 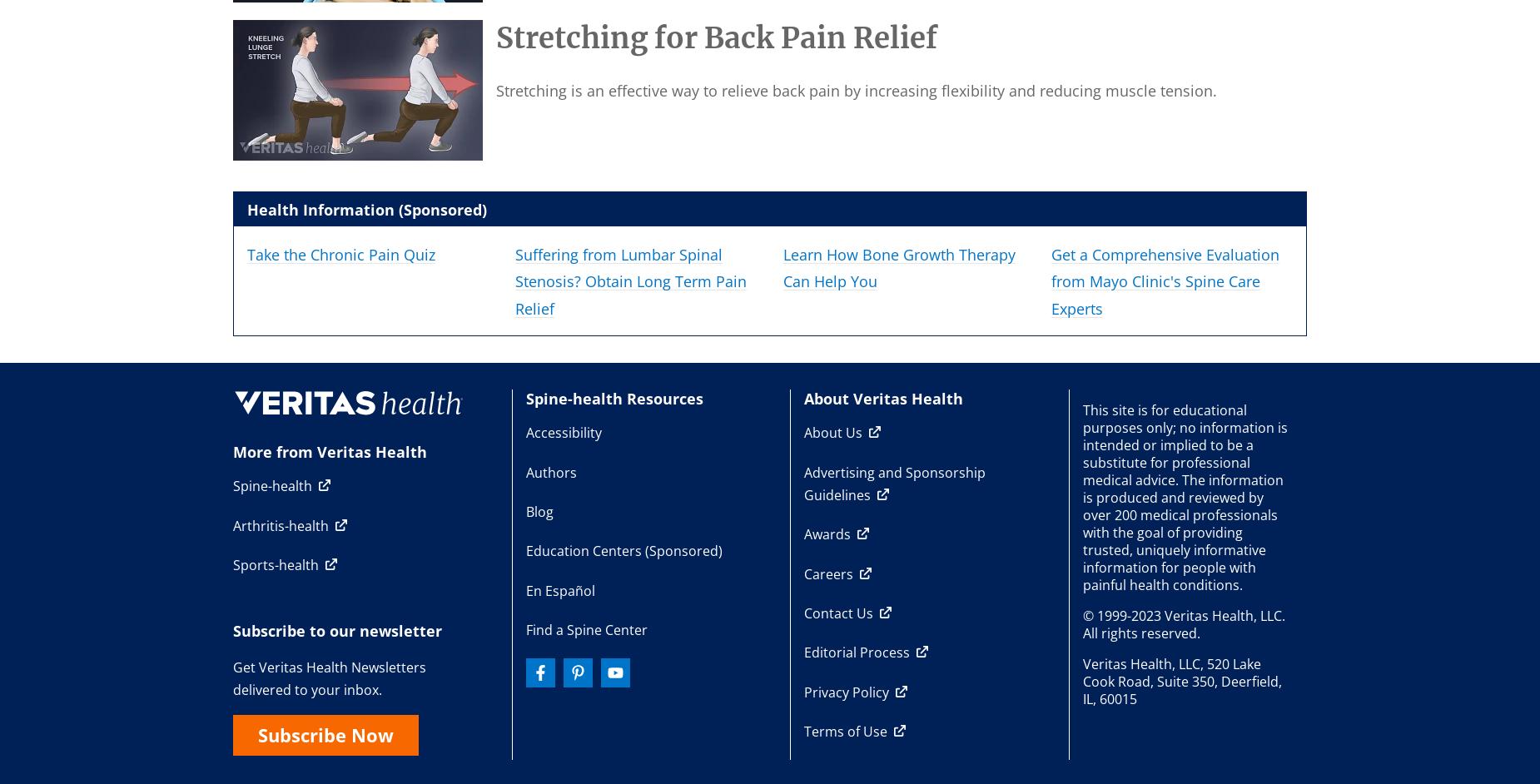 I want to click on 'Contact Us', so click(x=839, y=613).